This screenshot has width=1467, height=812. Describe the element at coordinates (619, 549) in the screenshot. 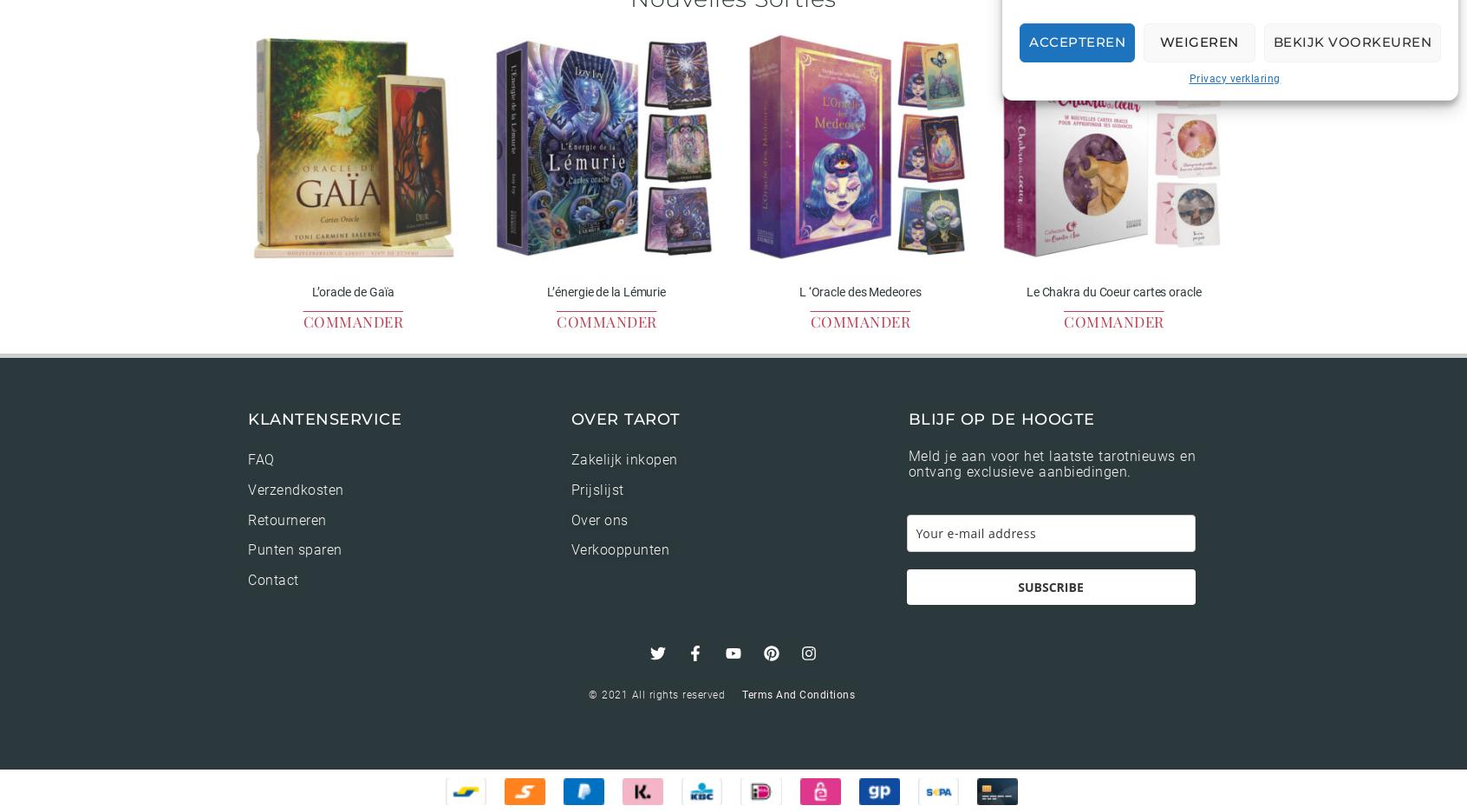

I see `'Verkooppunten'` at that location.